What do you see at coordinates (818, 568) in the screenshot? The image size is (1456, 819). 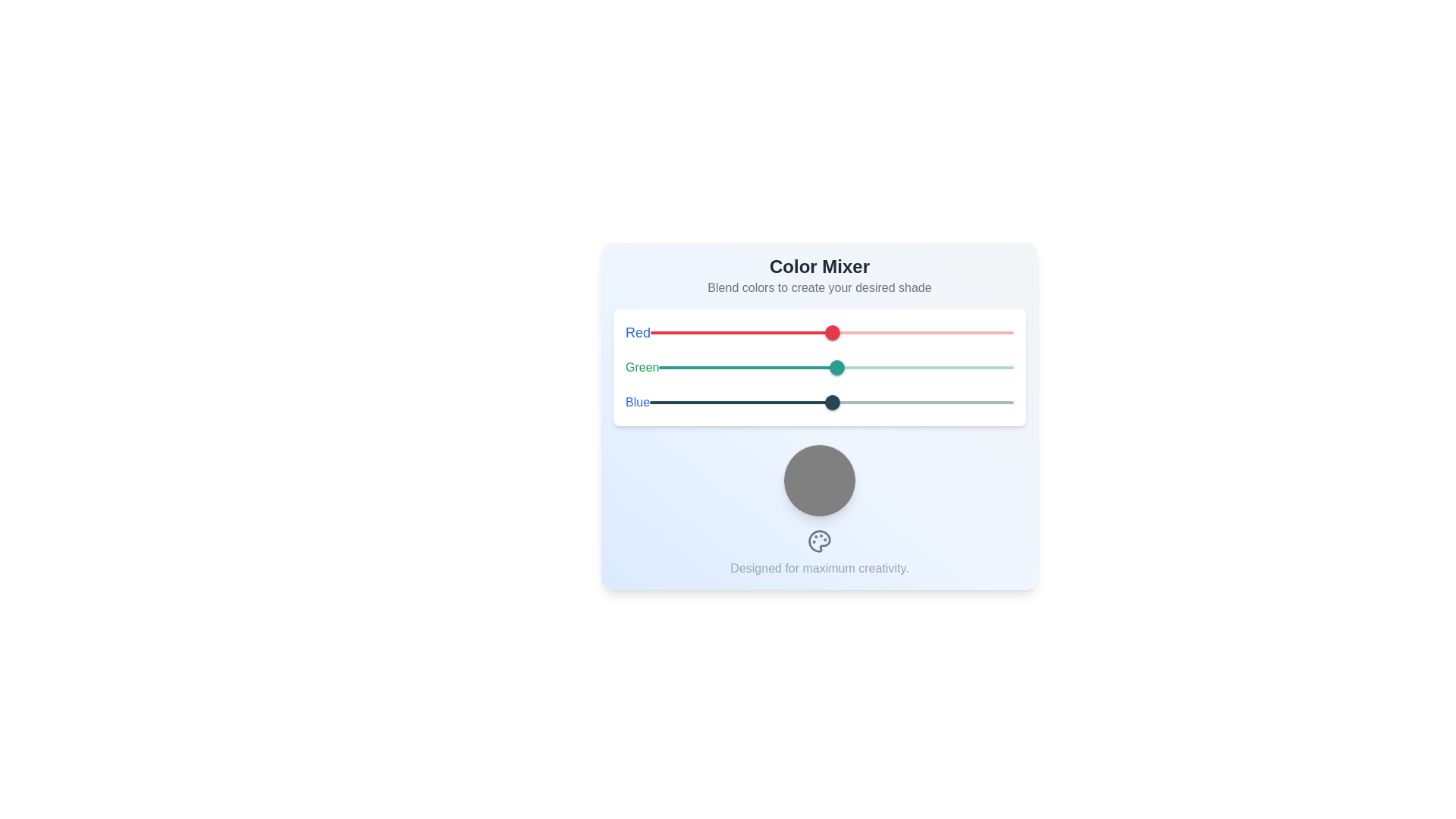 I see `the descriptive text element located below the palette icon, which enhances the context of the user interface` at bounding box center [818, 568].